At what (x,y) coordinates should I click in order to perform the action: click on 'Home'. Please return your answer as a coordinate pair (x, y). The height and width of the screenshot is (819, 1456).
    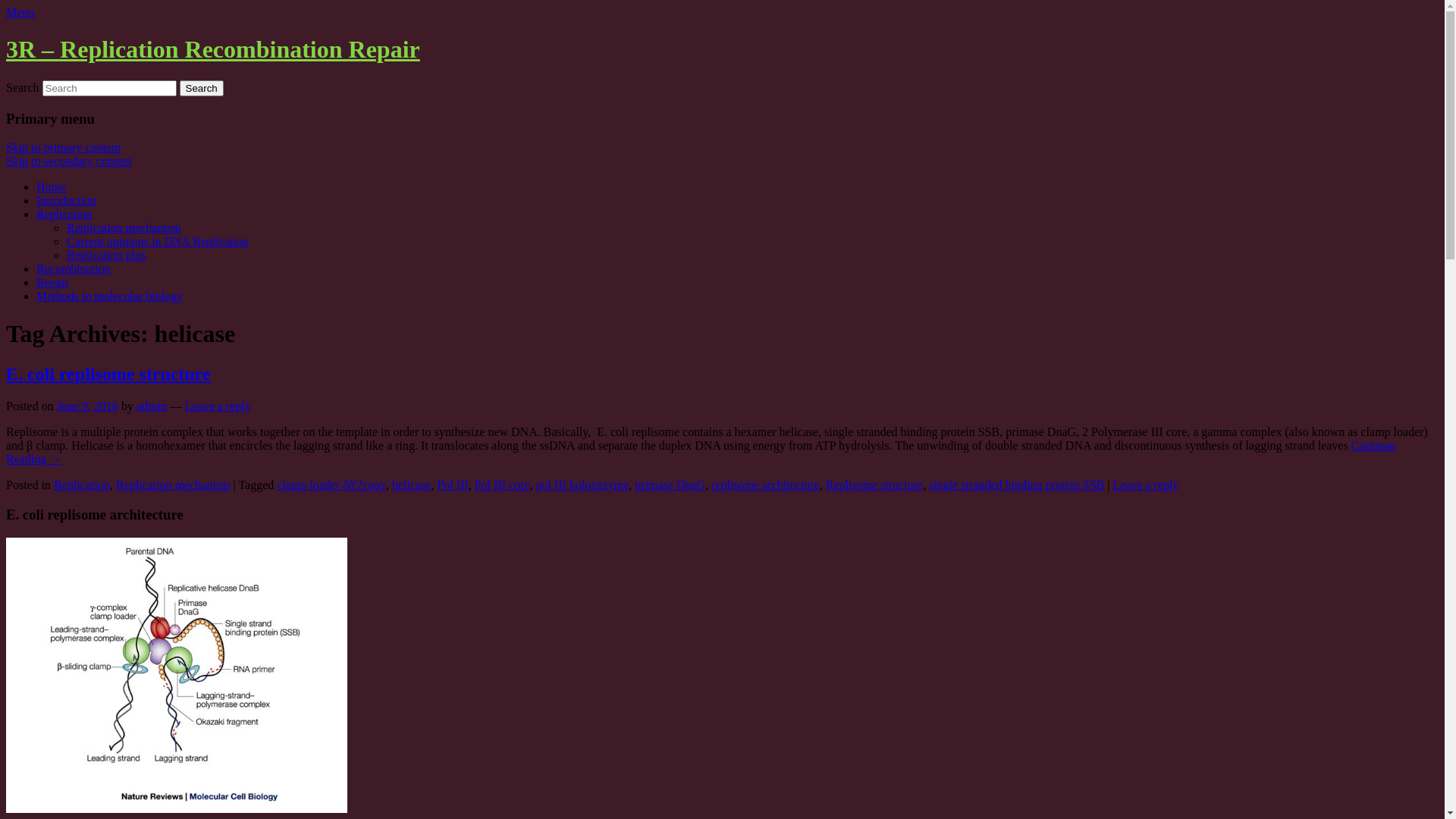
    Looking at the image, I should click on (51, 186).